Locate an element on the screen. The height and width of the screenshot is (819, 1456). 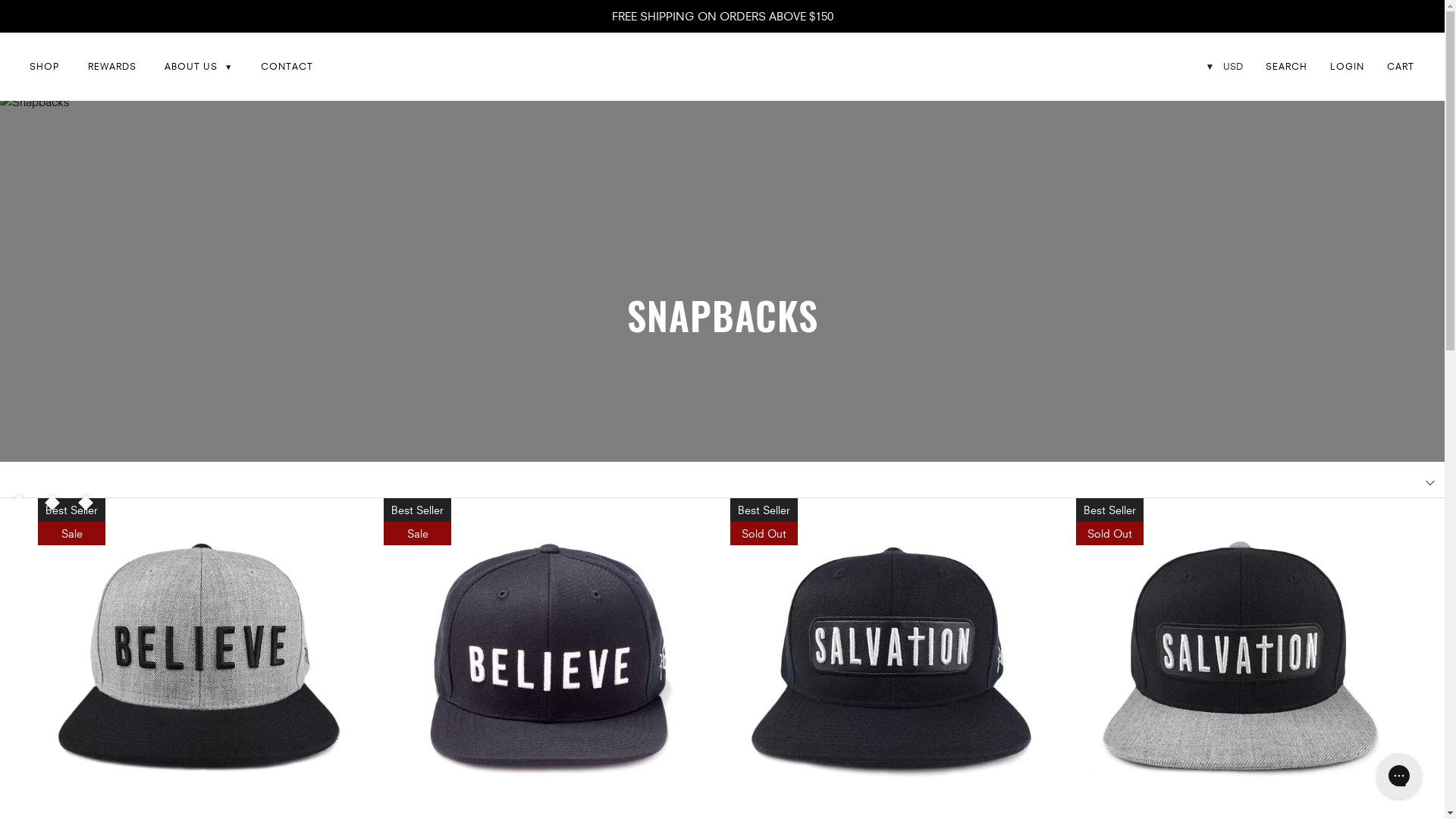
'CAD' is located at coordinates (1222, 124).